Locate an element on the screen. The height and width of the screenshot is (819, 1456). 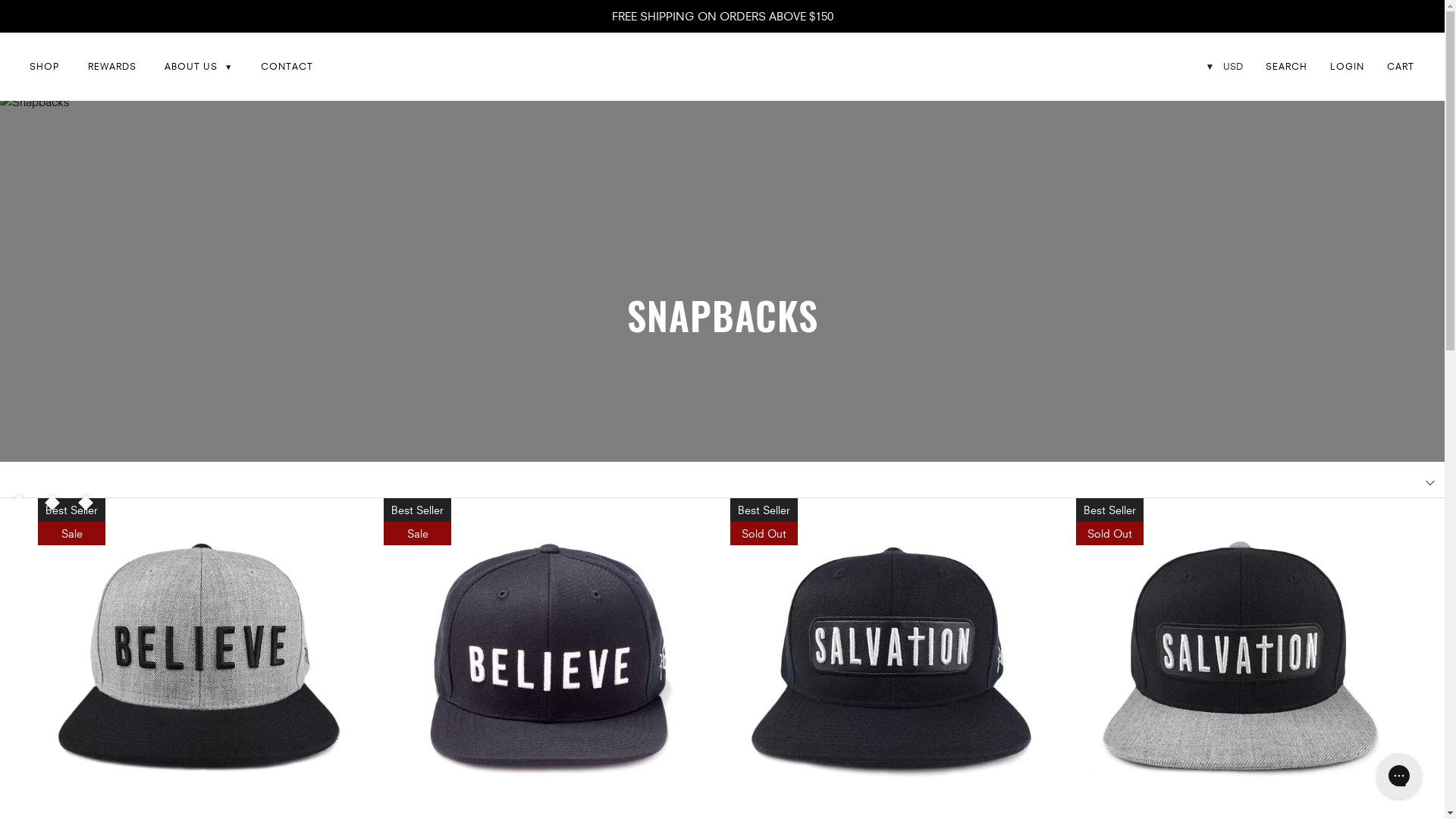
'CAD' is located at coordinates (1222, 124).